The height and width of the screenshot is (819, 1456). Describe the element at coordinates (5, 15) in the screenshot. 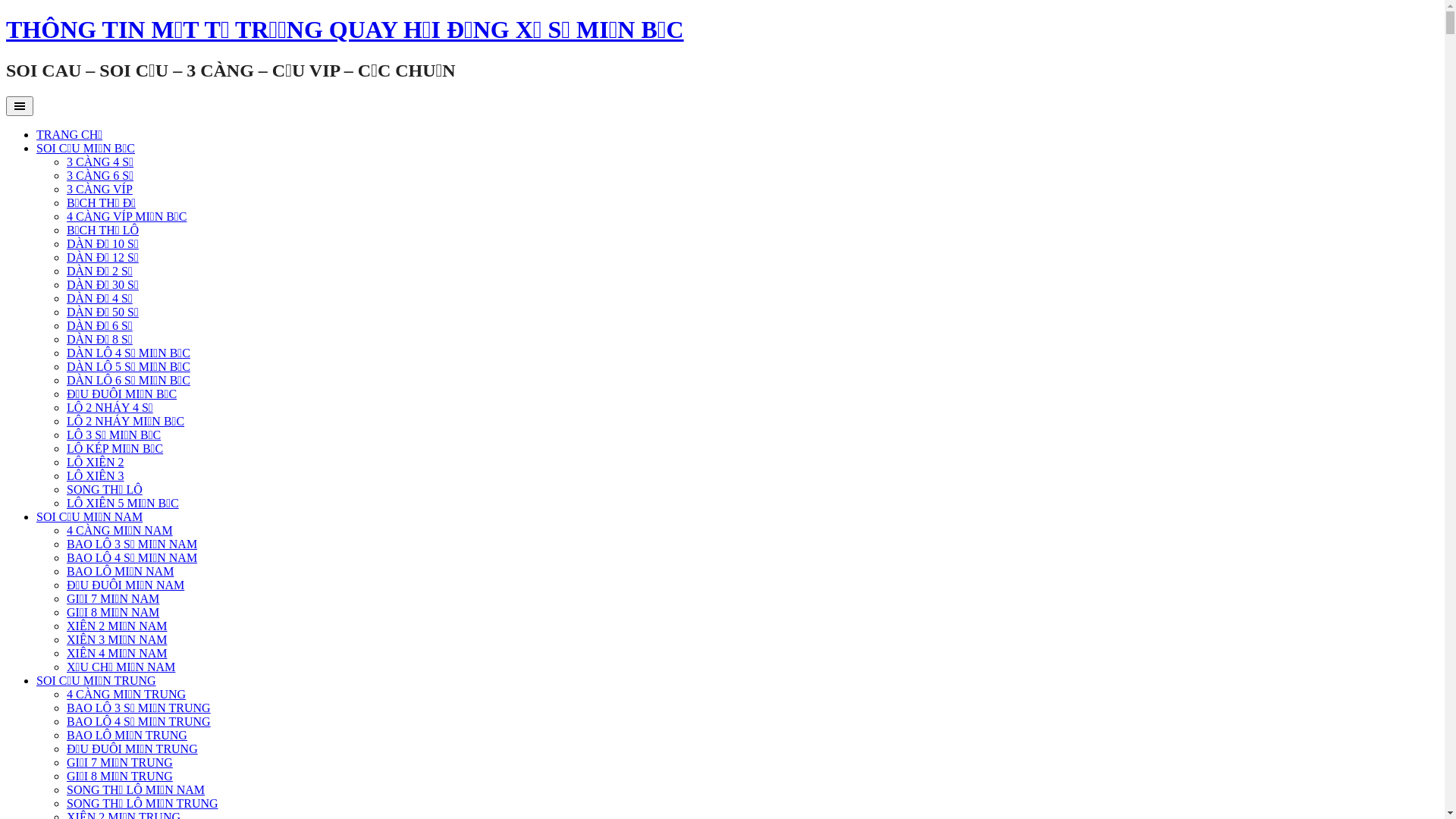

I see `'Skip to content'` at that location.